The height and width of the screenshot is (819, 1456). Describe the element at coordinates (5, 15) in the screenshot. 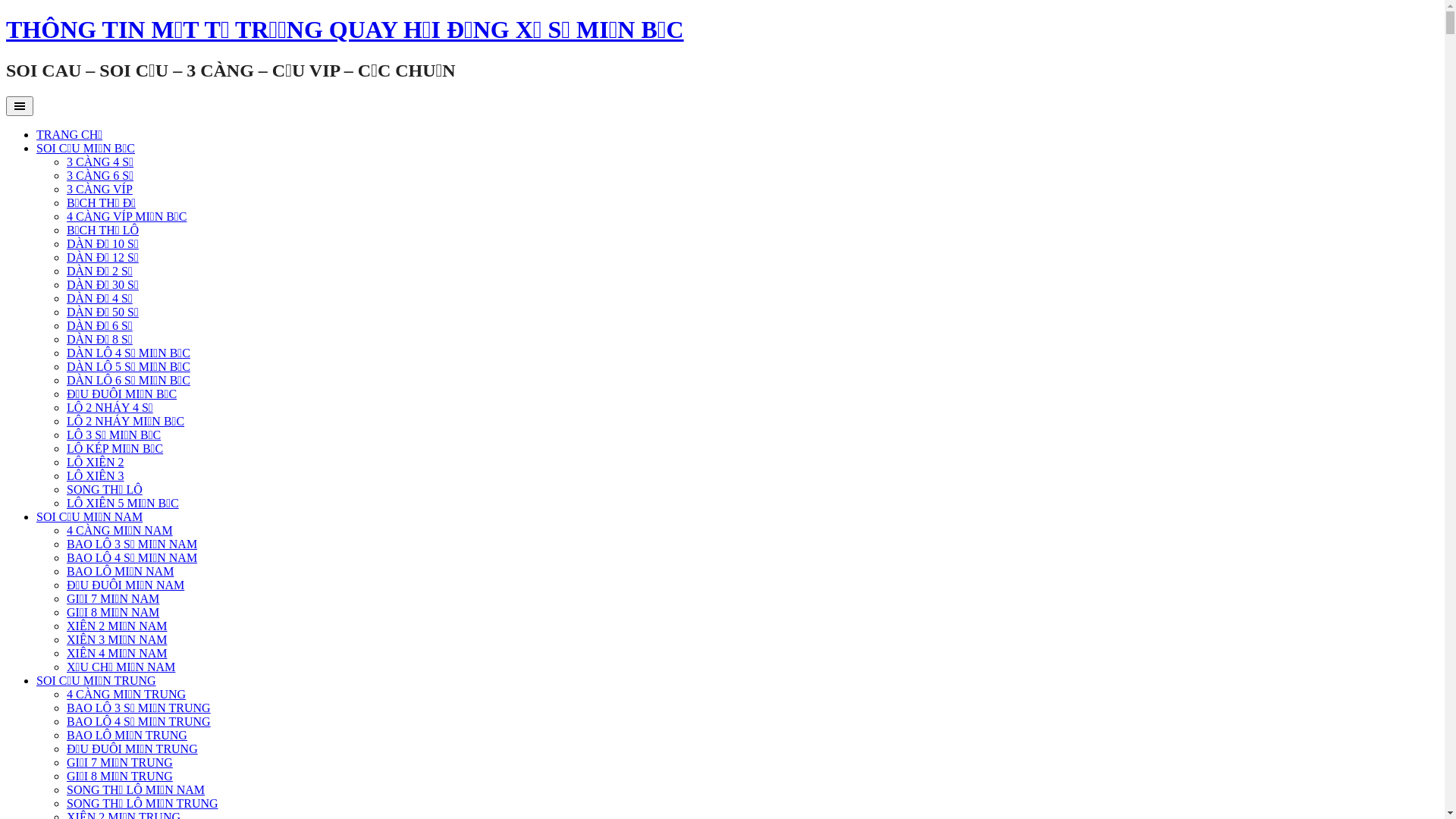

I see `'Skip to content'` at that location.